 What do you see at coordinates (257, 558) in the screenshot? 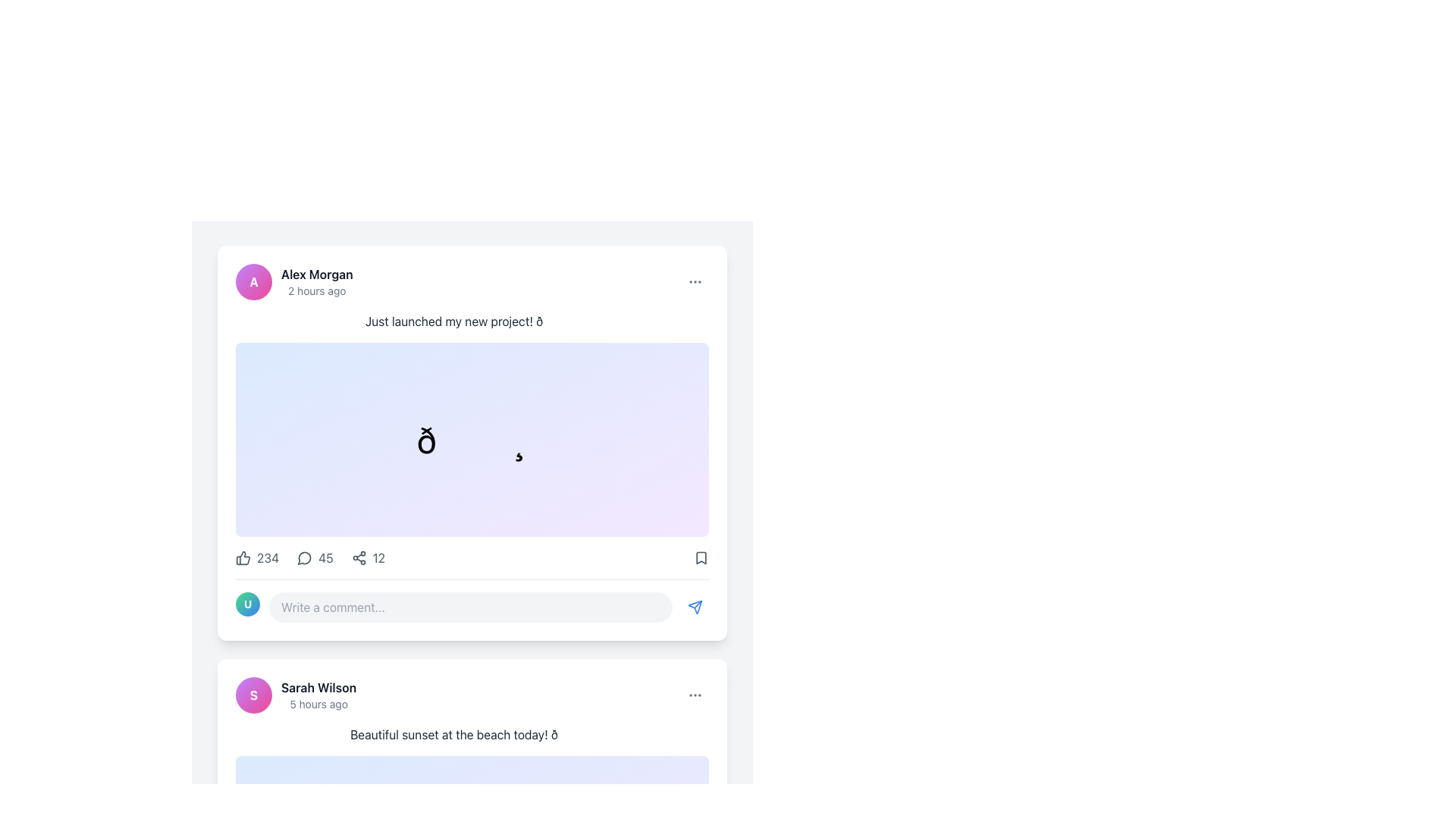
I see `the thumbs-up button with the number 234 to like the post below Alex Morgan's post` at bounding box center [257, 558].